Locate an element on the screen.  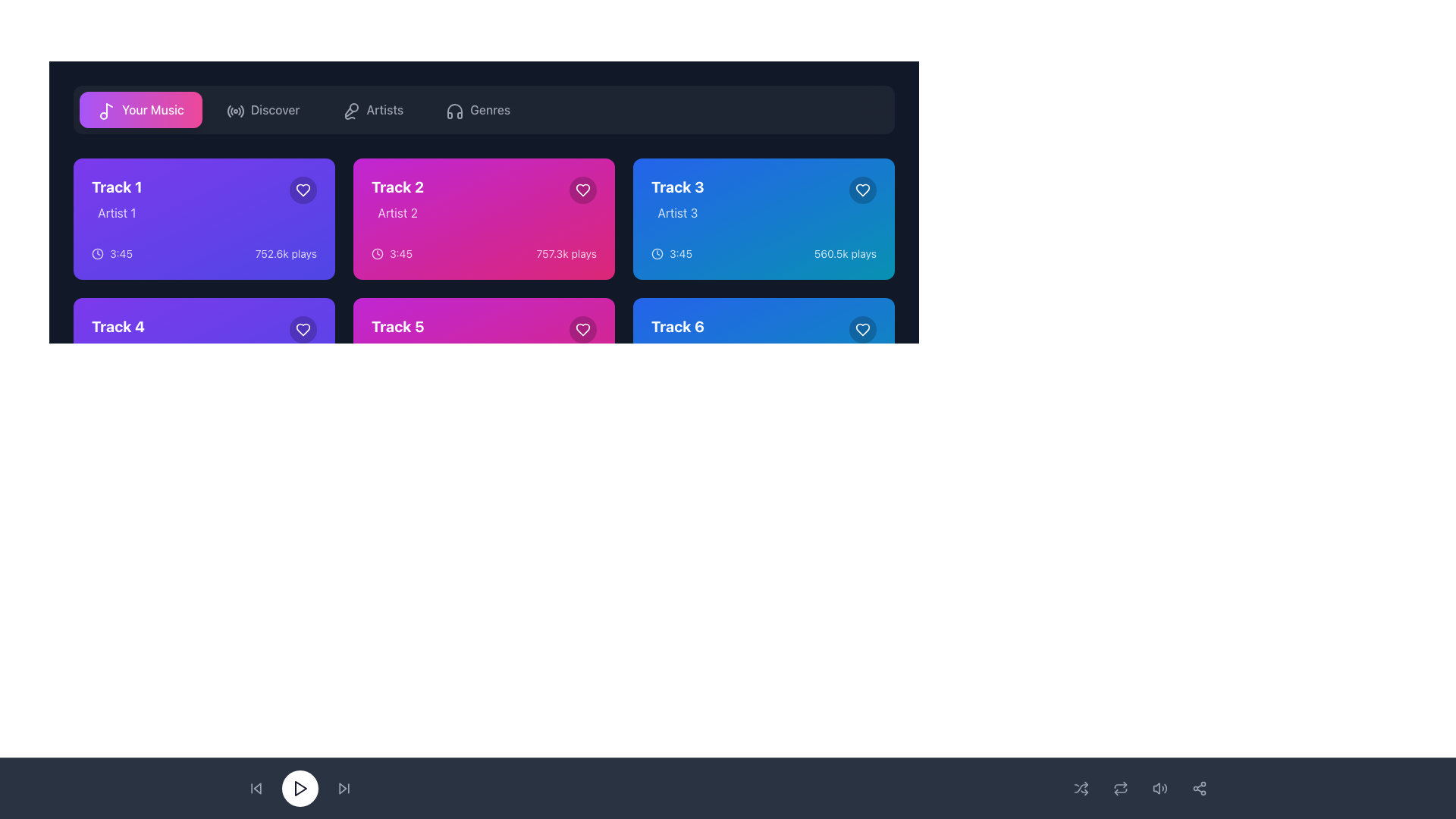
the heart-shaped icon located in the top-right corner of the 'Track 3' card is located at coordinates (862, 189).